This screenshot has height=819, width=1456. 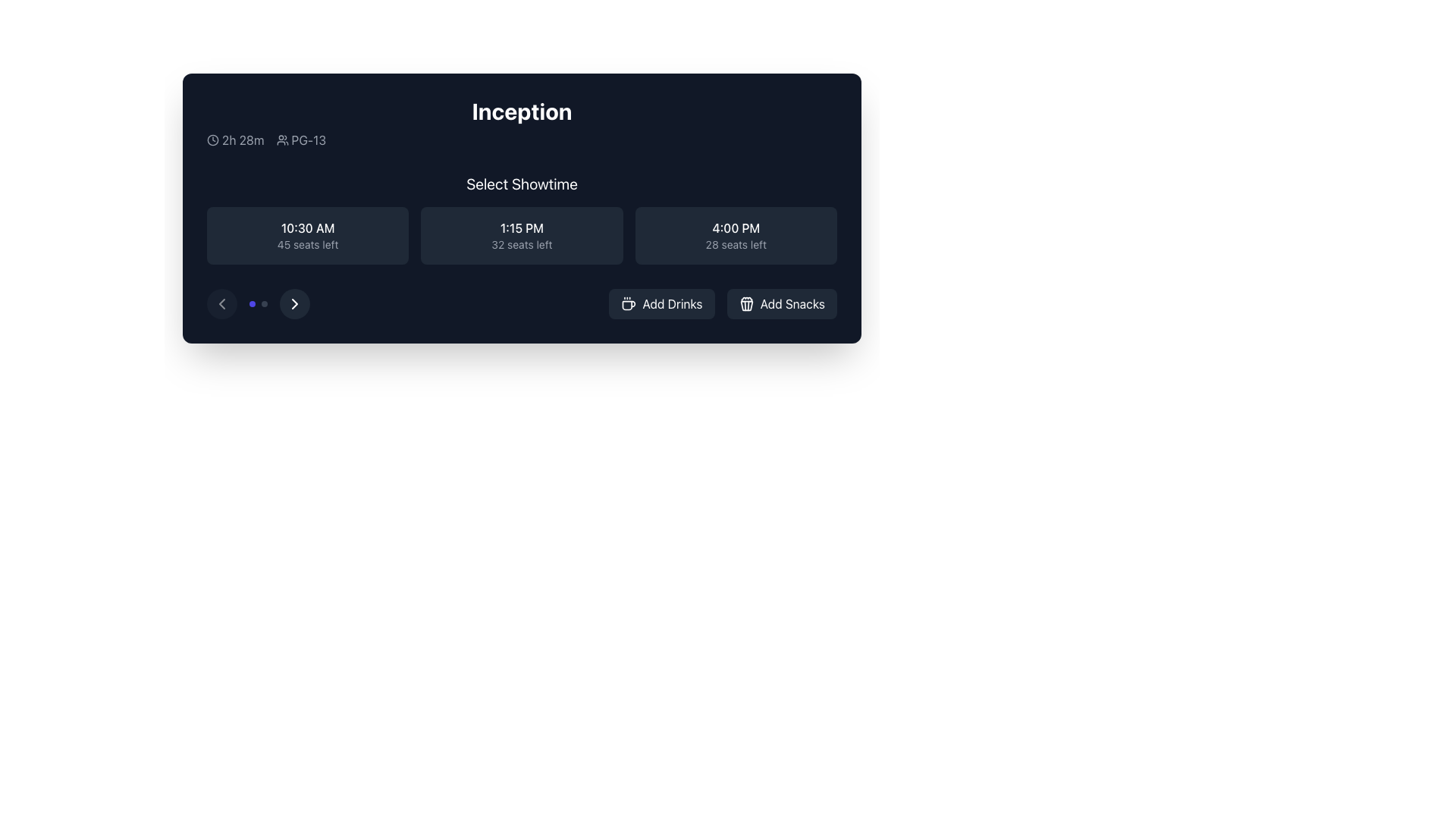 I want to click on the text label displaying '10:30 AM' in bold white font, located in the 'Select Showtime' section, which indicates a time slot, so click(x=307, y=227).